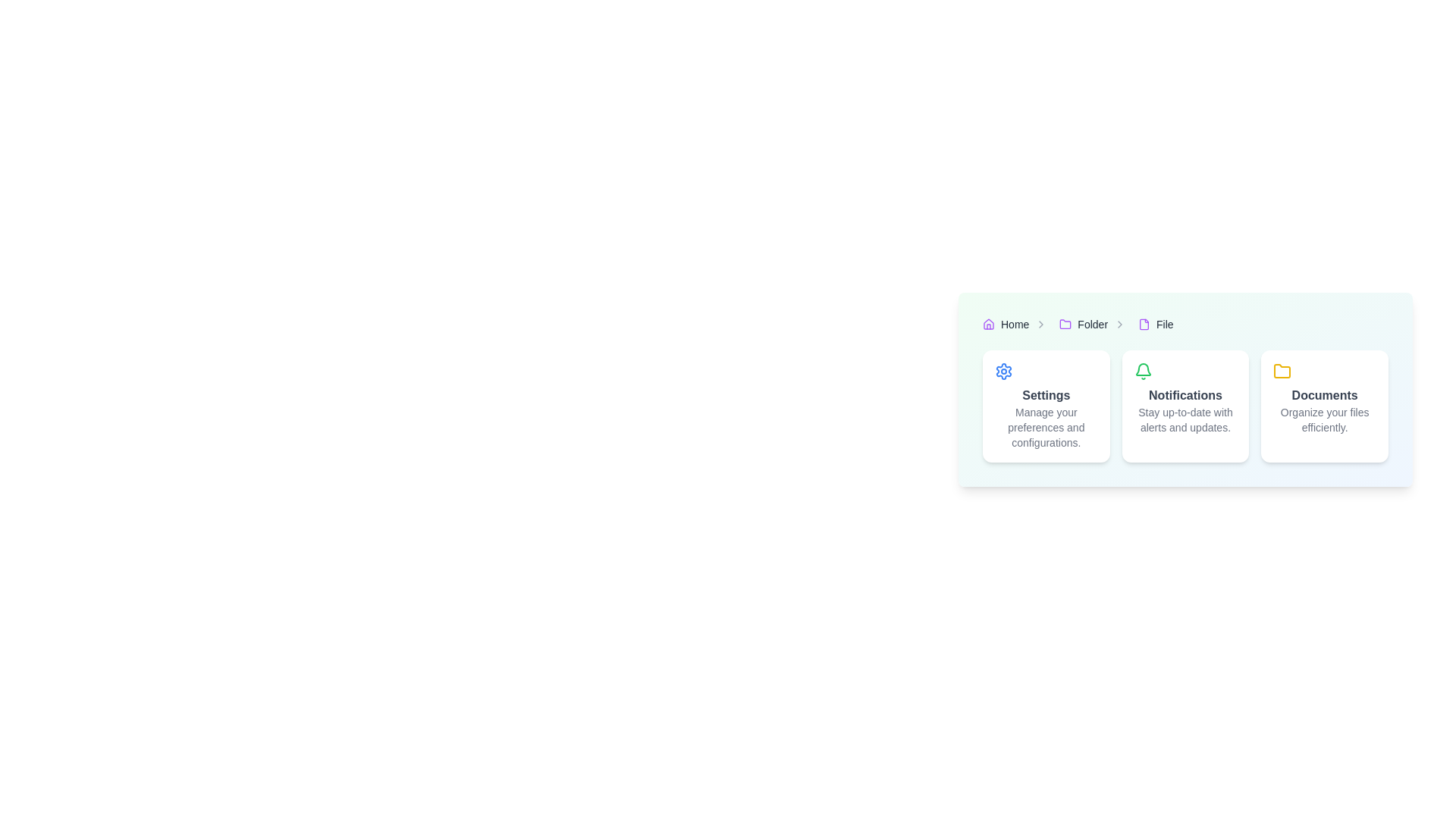 The image size is (1456, 819). I want to click on the Hyperlink text in the breadcrumb trail, so click(1092, 324).